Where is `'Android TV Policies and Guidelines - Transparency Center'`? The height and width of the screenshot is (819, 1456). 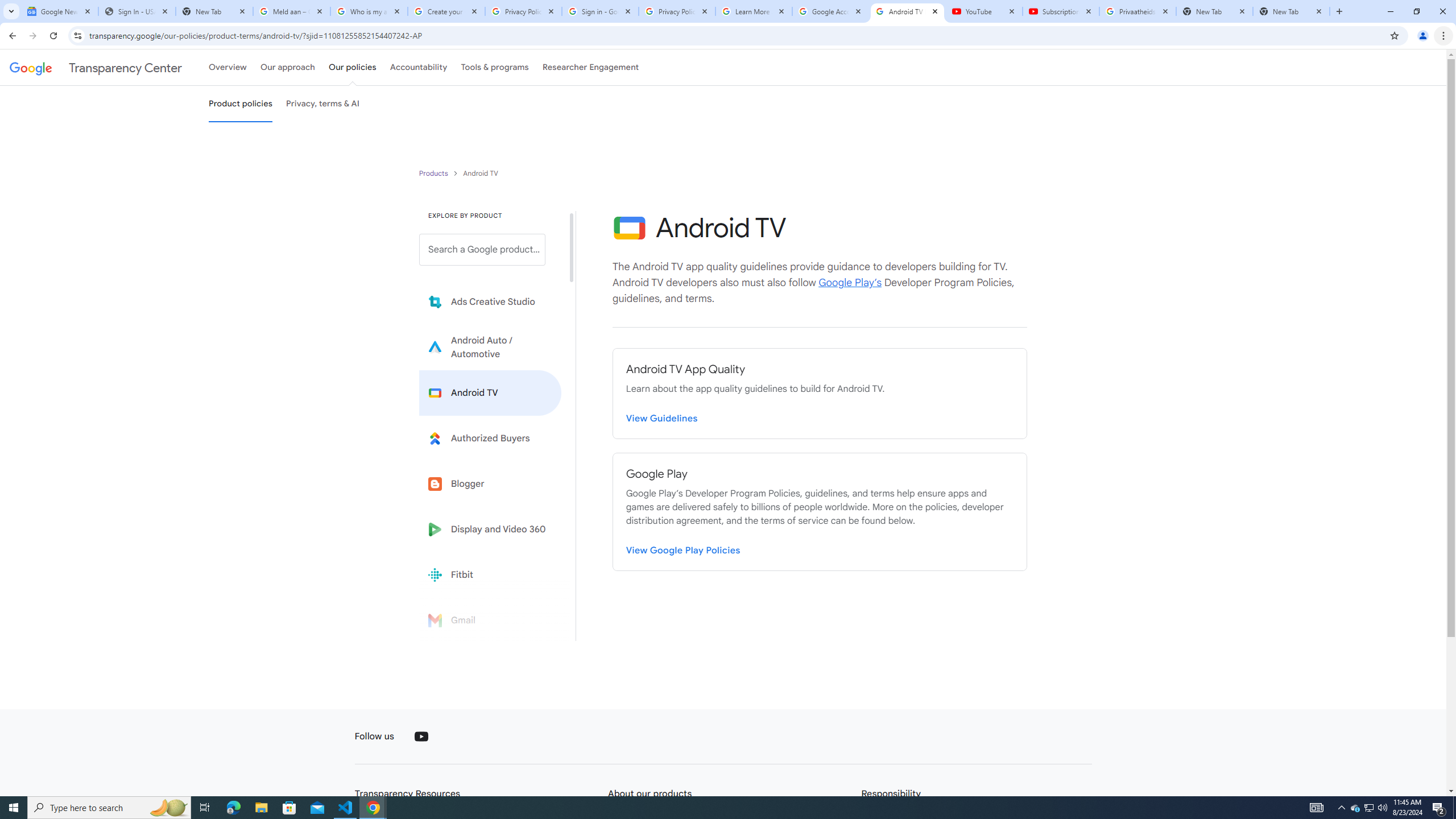
'Android TV Policies and Guidelines - Transparency Center' is located at coordinates (906, 11).